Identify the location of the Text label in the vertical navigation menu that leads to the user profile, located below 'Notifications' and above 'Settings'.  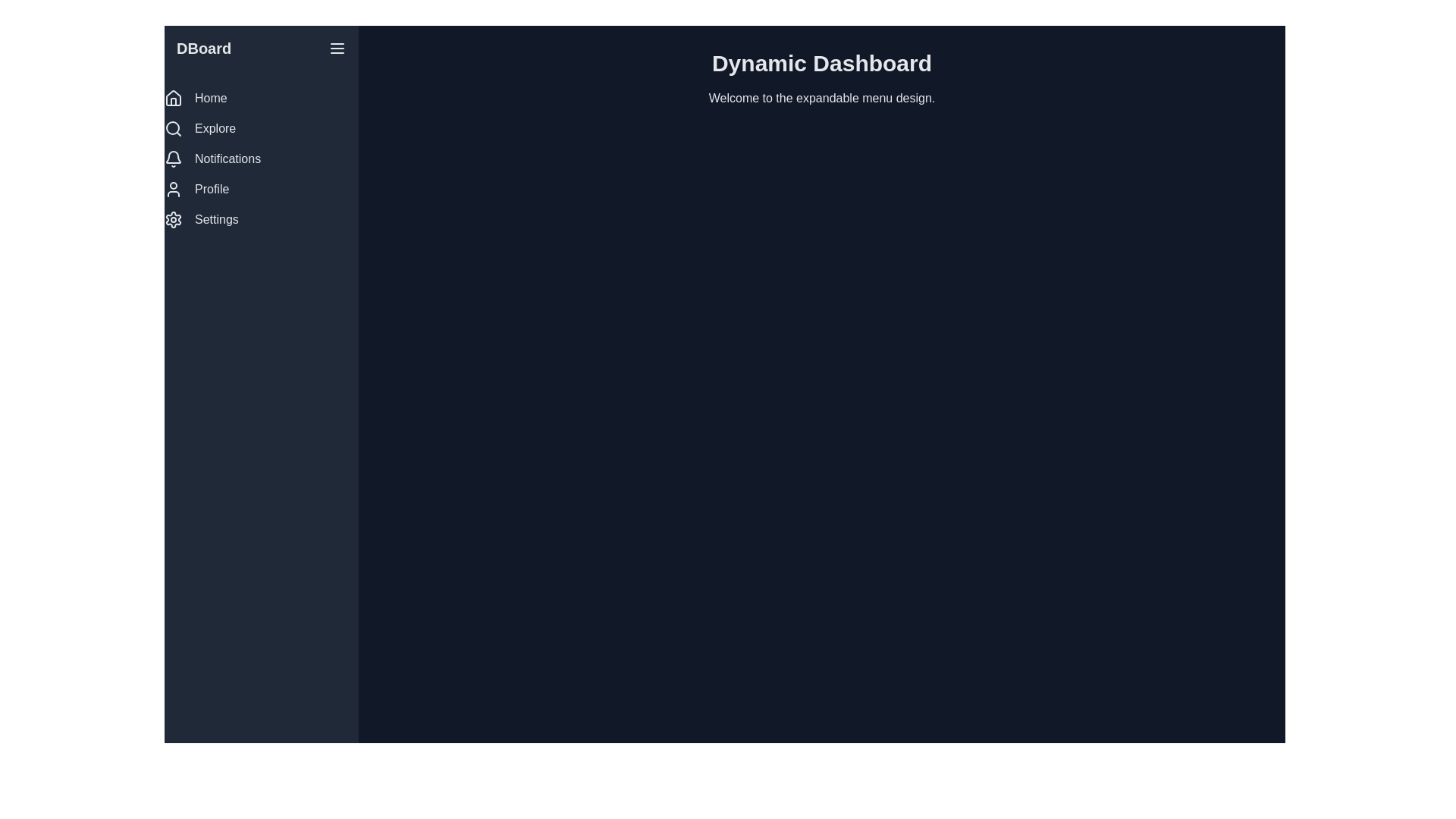
(211, 189).